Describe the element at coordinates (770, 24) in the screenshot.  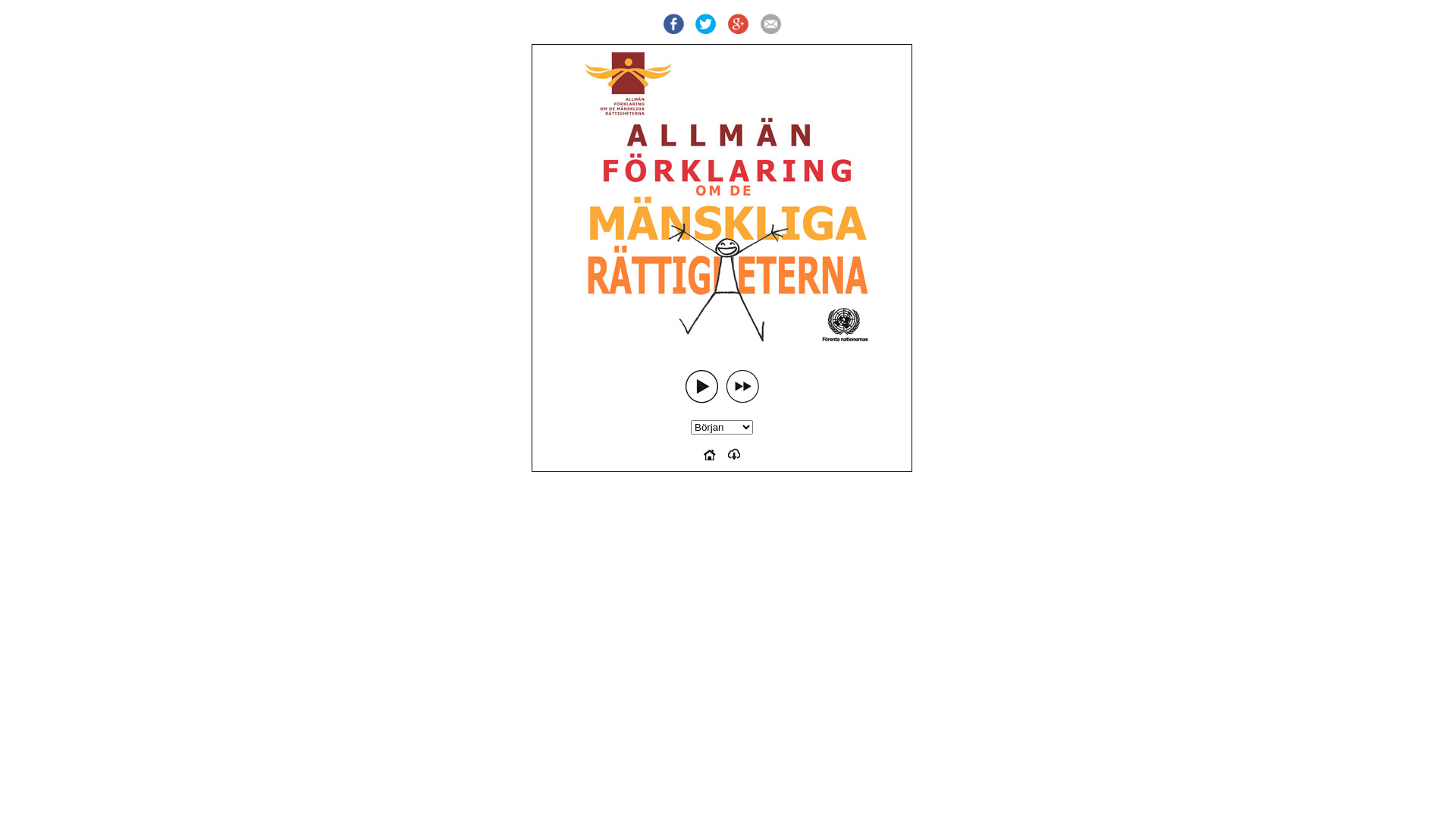
I see `'Email'` at that location.